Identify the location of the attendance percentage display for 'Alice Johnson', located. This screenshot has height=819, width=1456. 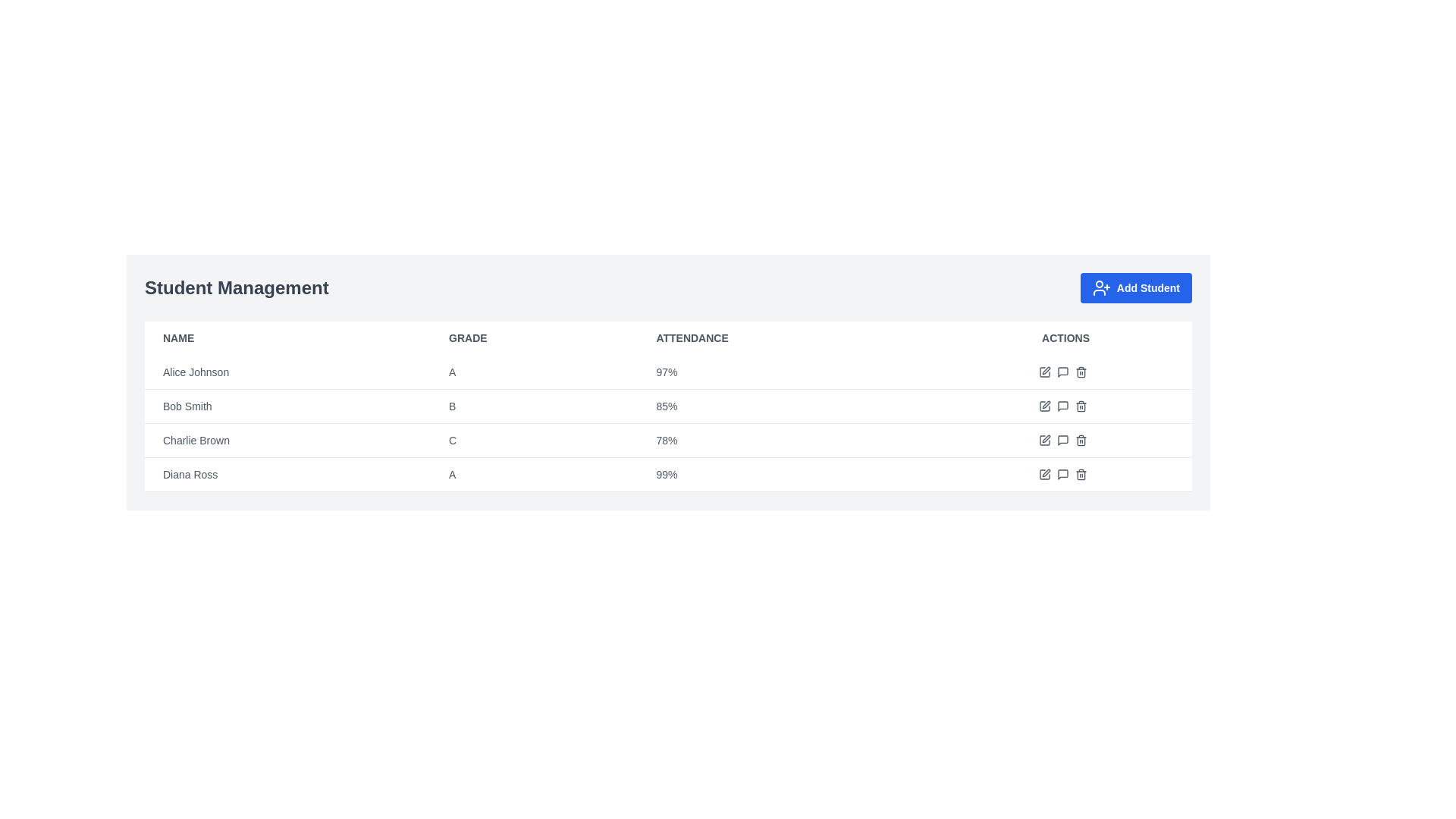
(789, 372).